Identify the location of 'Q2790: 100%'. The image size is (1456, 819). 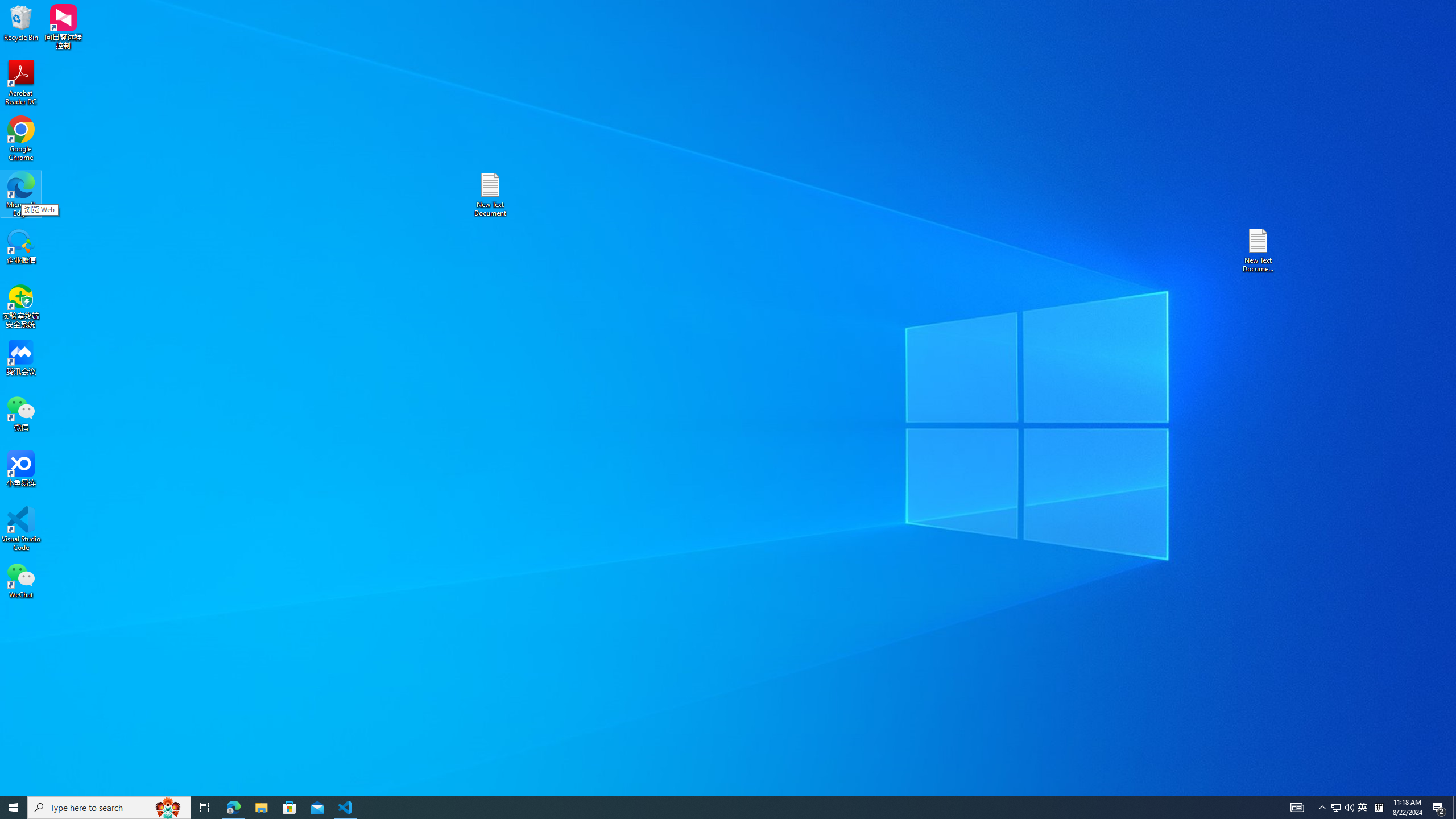
(1349, 806).